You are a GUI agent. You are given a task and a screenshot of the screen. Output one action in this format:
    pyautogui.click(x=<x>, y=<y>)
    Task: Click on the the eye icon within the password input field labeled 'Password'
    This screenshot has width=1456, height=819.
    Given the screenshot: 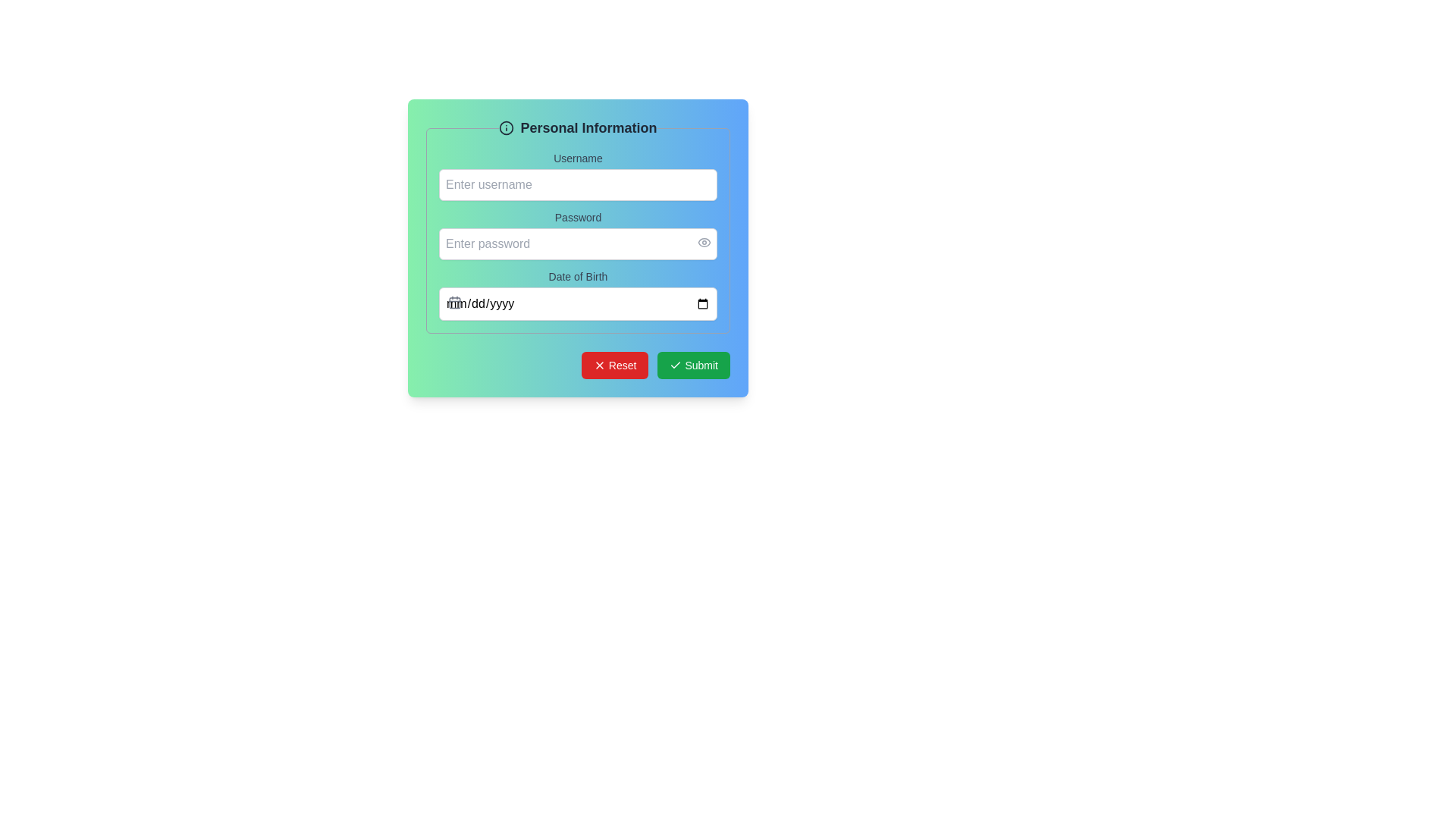 What is the action you would take?
    pyautogui.click(x=577, y=234)
    